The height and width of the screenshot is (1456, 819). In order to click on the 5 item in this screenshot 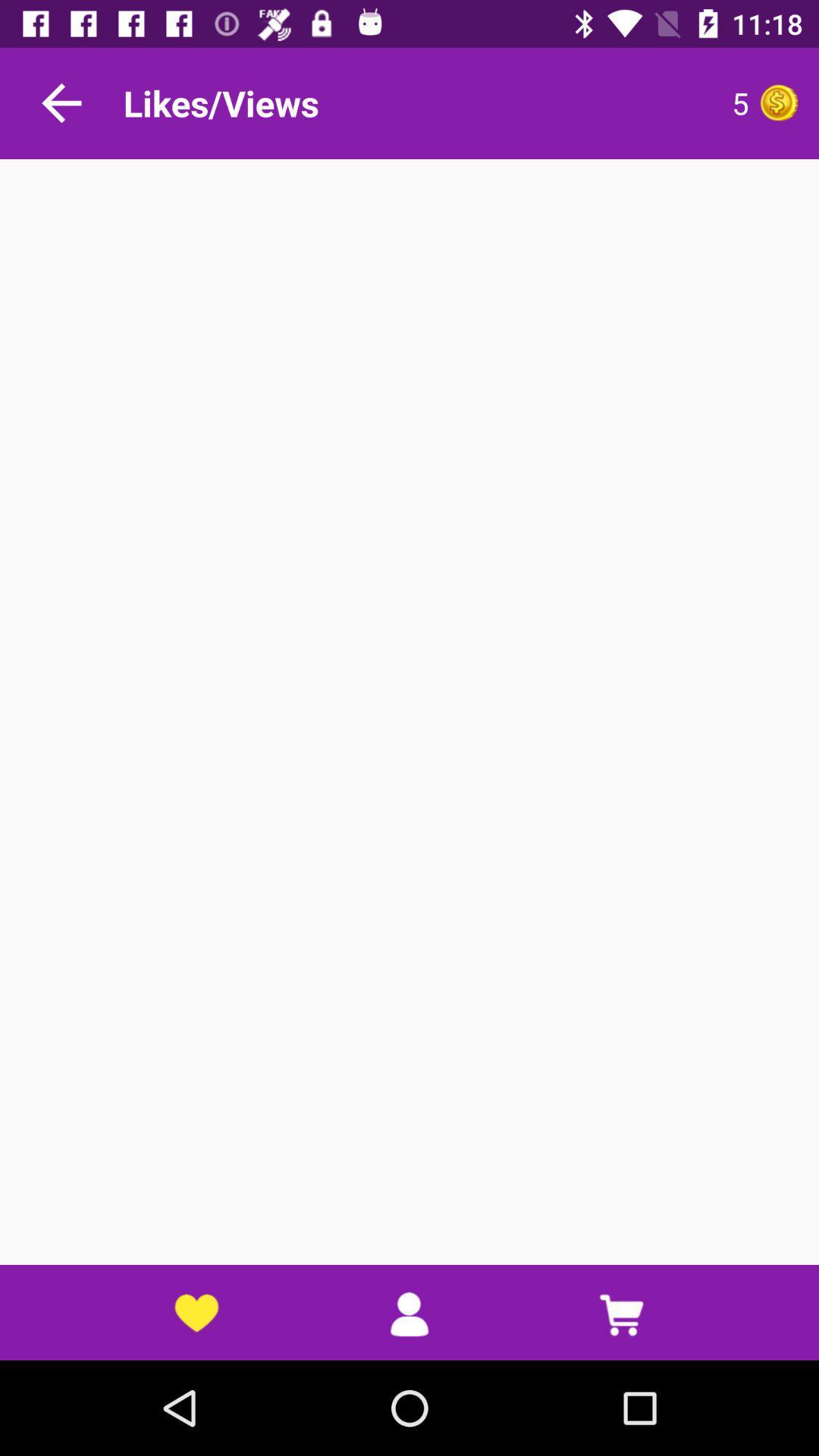, I will do `click(602, 102)`.